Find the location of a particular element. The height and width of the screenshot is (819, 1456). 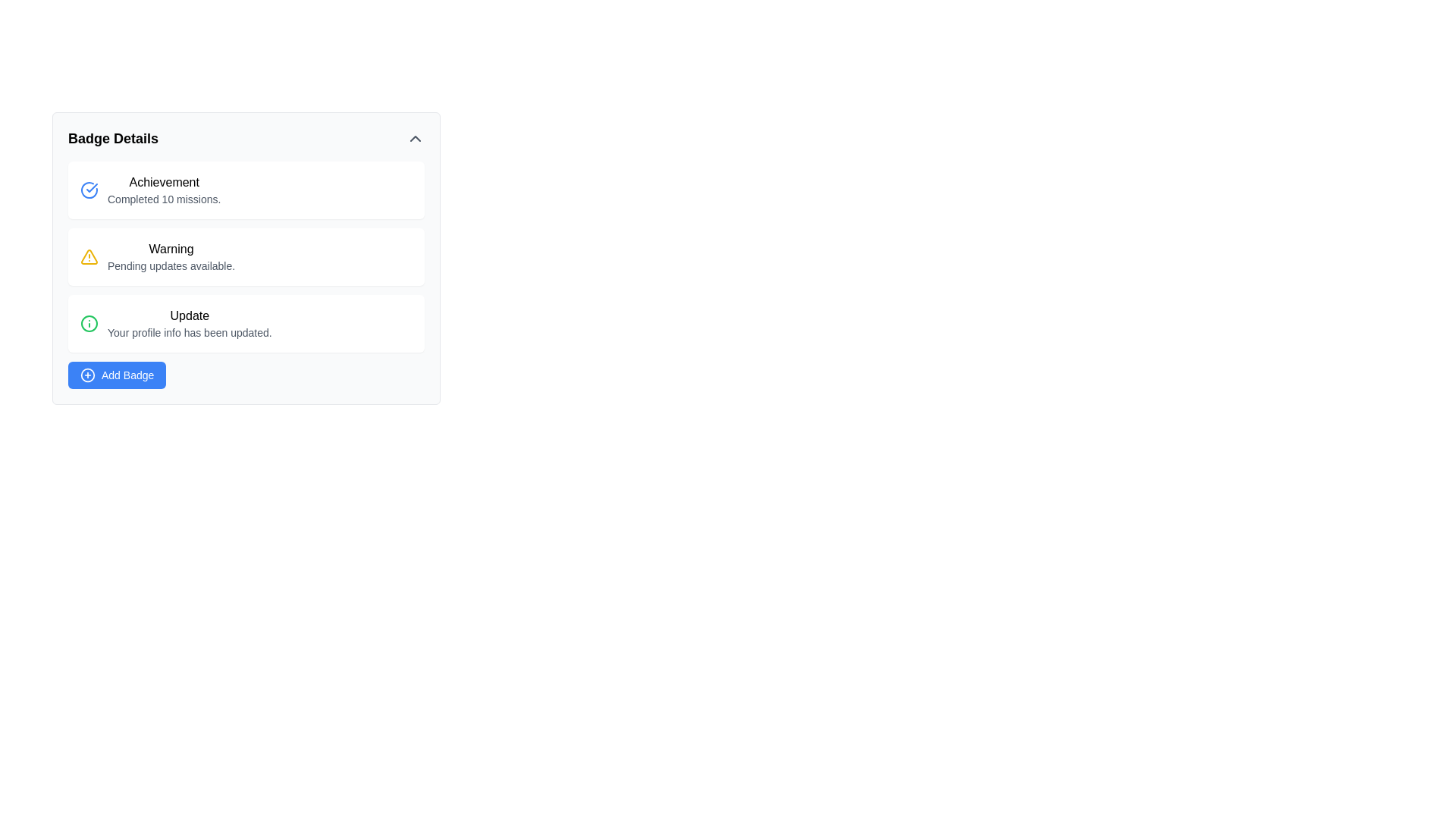

the text label that reads 'Your profile info has been updated.', which is styled with a smaller font size and gray color, located beneath the 'Update' section in the 'Badge Details' panel is located at coordinates (189, 332).